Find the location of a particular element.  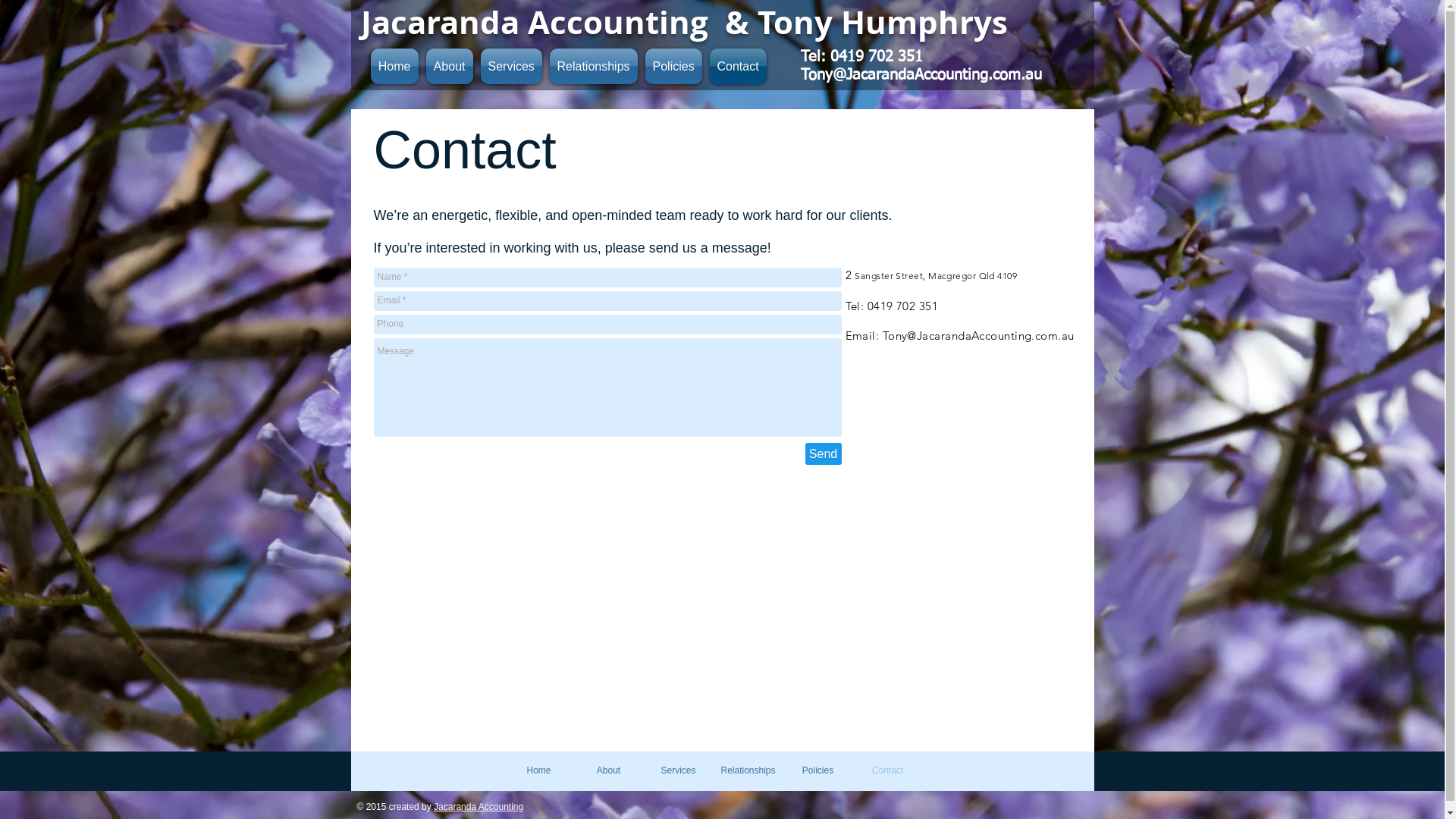

'Contact' is located at coordinates (887, 770).